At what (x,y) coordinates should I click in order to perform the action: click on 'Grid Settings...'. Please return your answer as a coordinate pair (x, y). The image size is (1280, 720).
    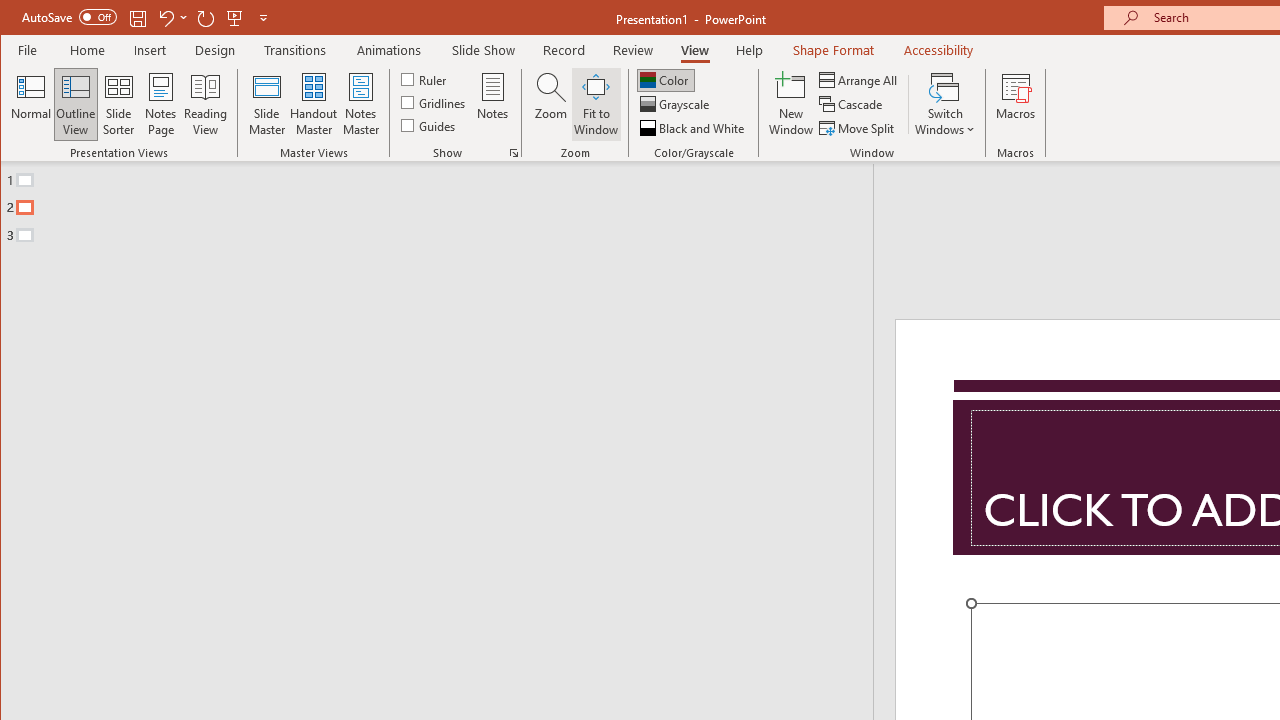
    Looking at the image, I should click on (513, 152).